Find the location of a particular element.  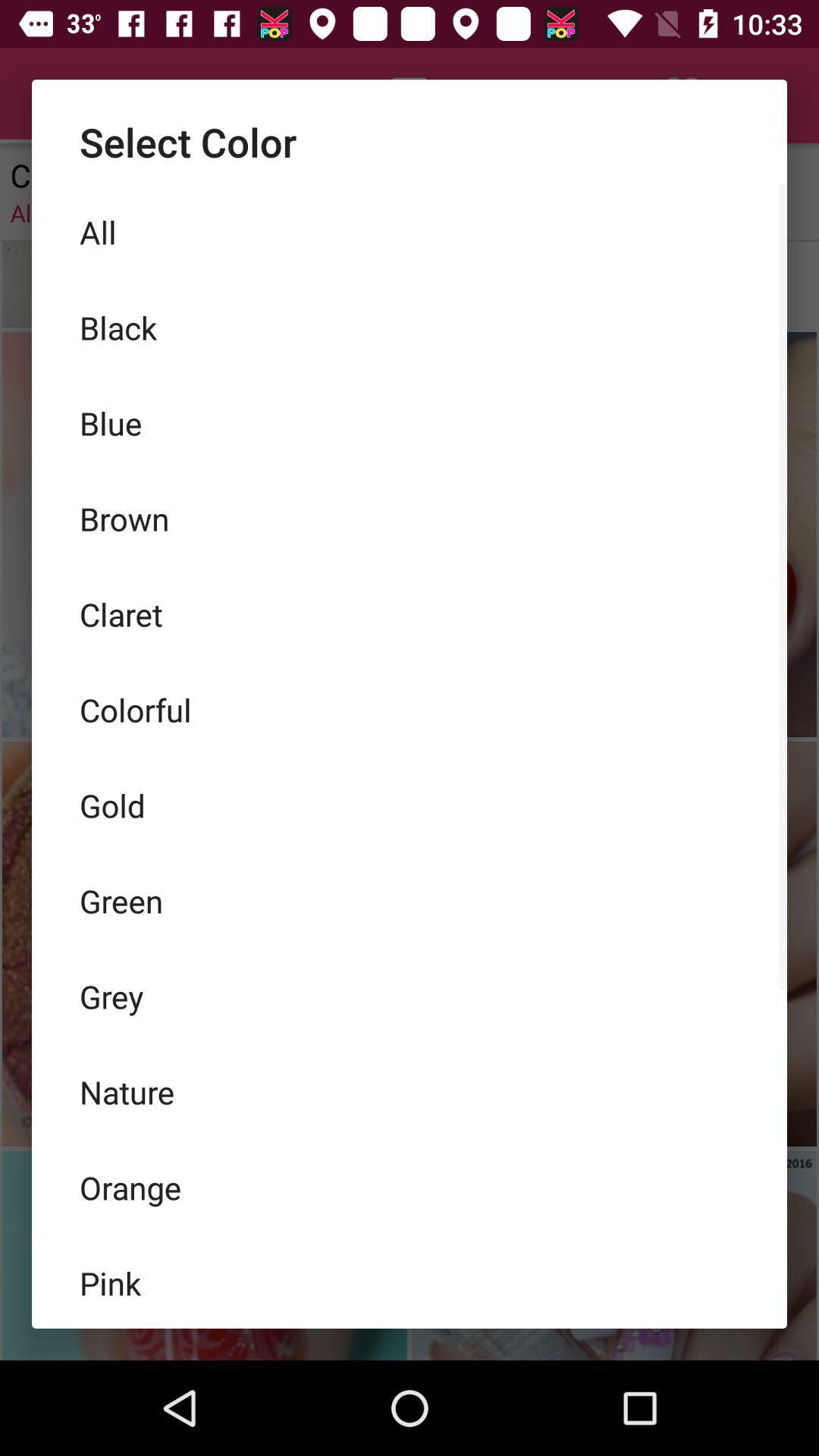

black is located at coordinates (409, 327).